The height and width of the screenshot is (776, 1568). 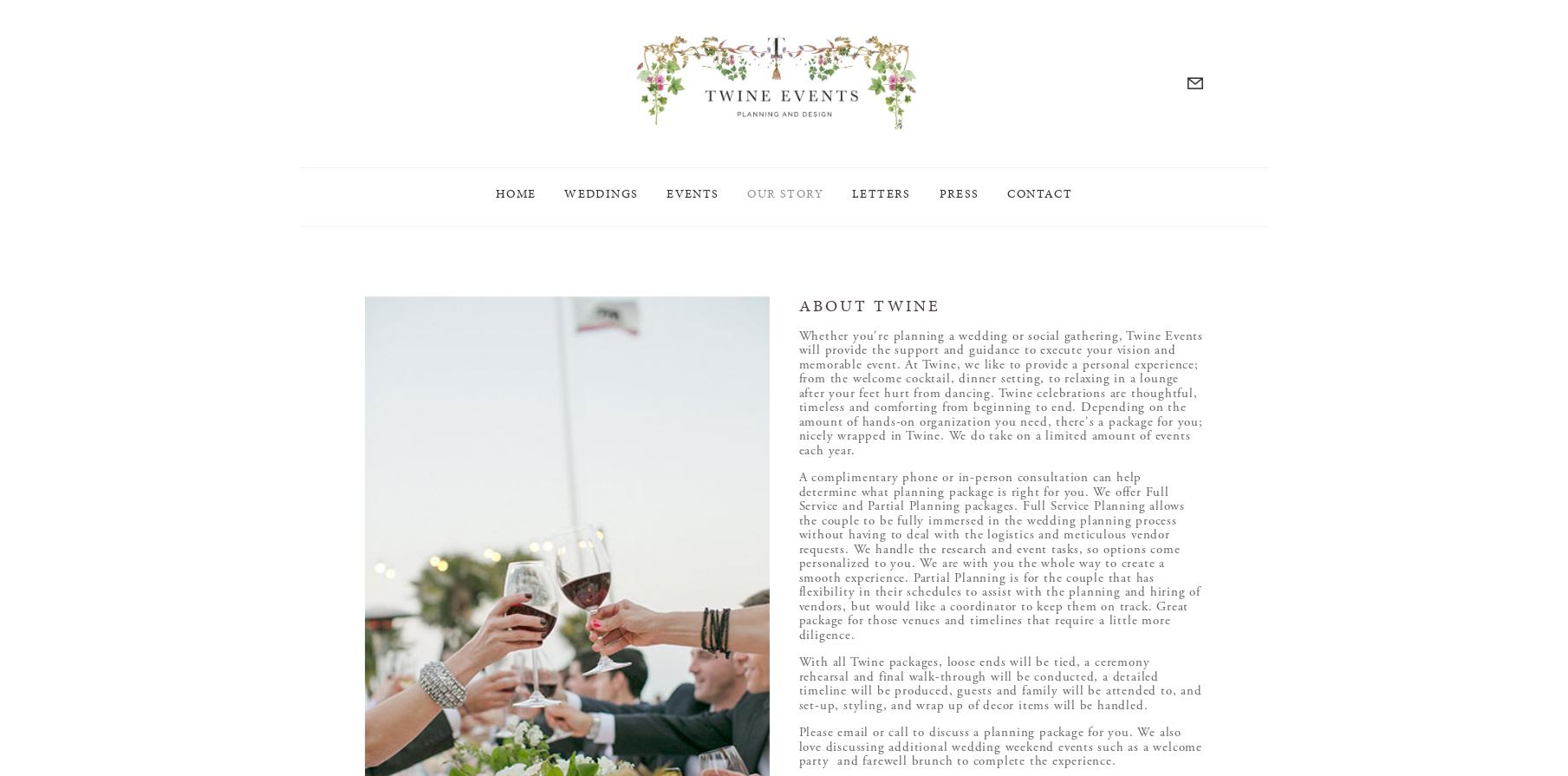 What do you see at coordinates (784, 206) in the screenshot?
I see `'OUR STORY'` at bounding box center [784, 206].